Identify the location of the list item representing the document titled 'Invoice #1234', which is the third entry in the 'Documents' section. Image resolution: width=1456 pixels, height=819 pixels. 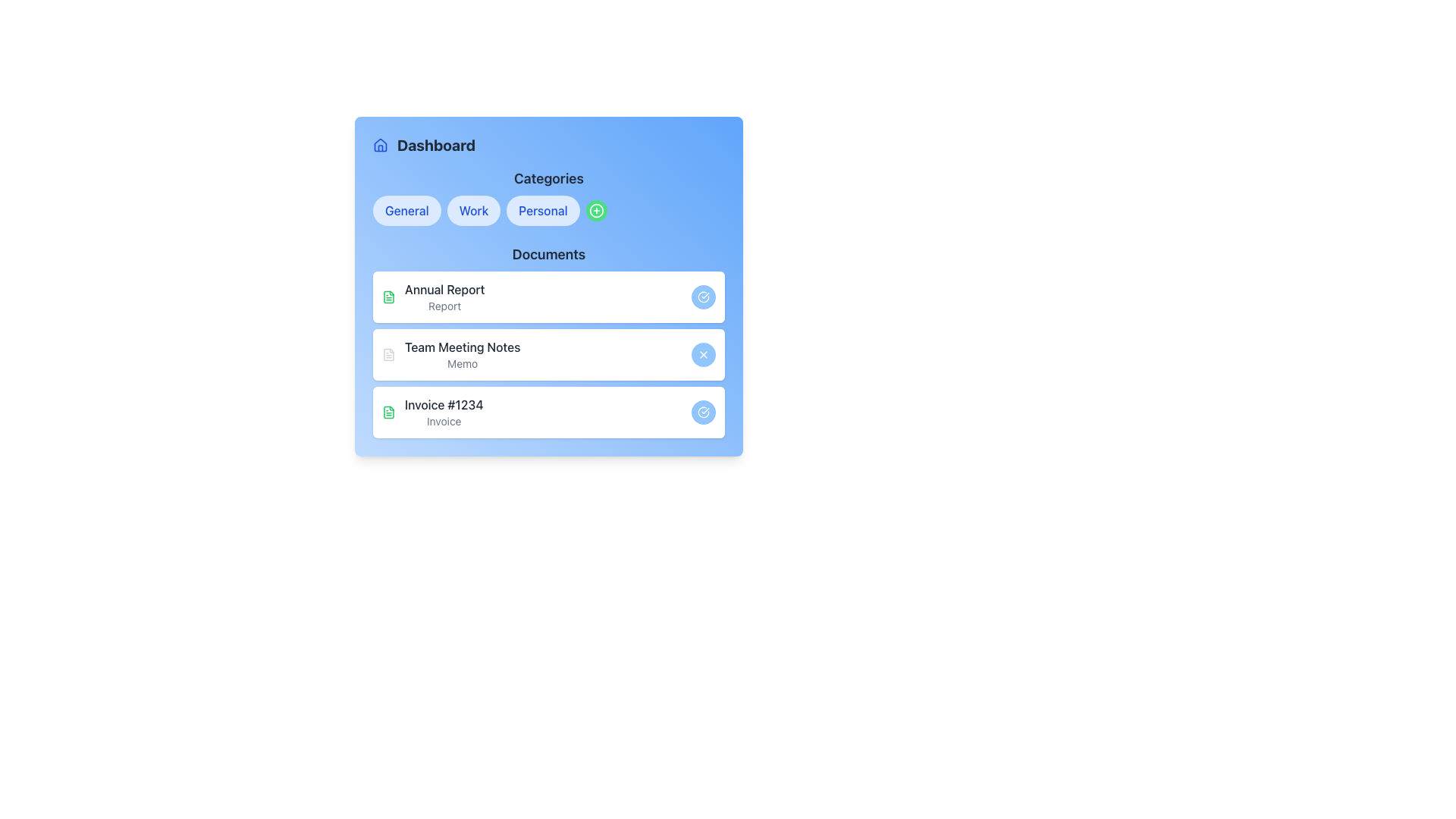
(431, 412).